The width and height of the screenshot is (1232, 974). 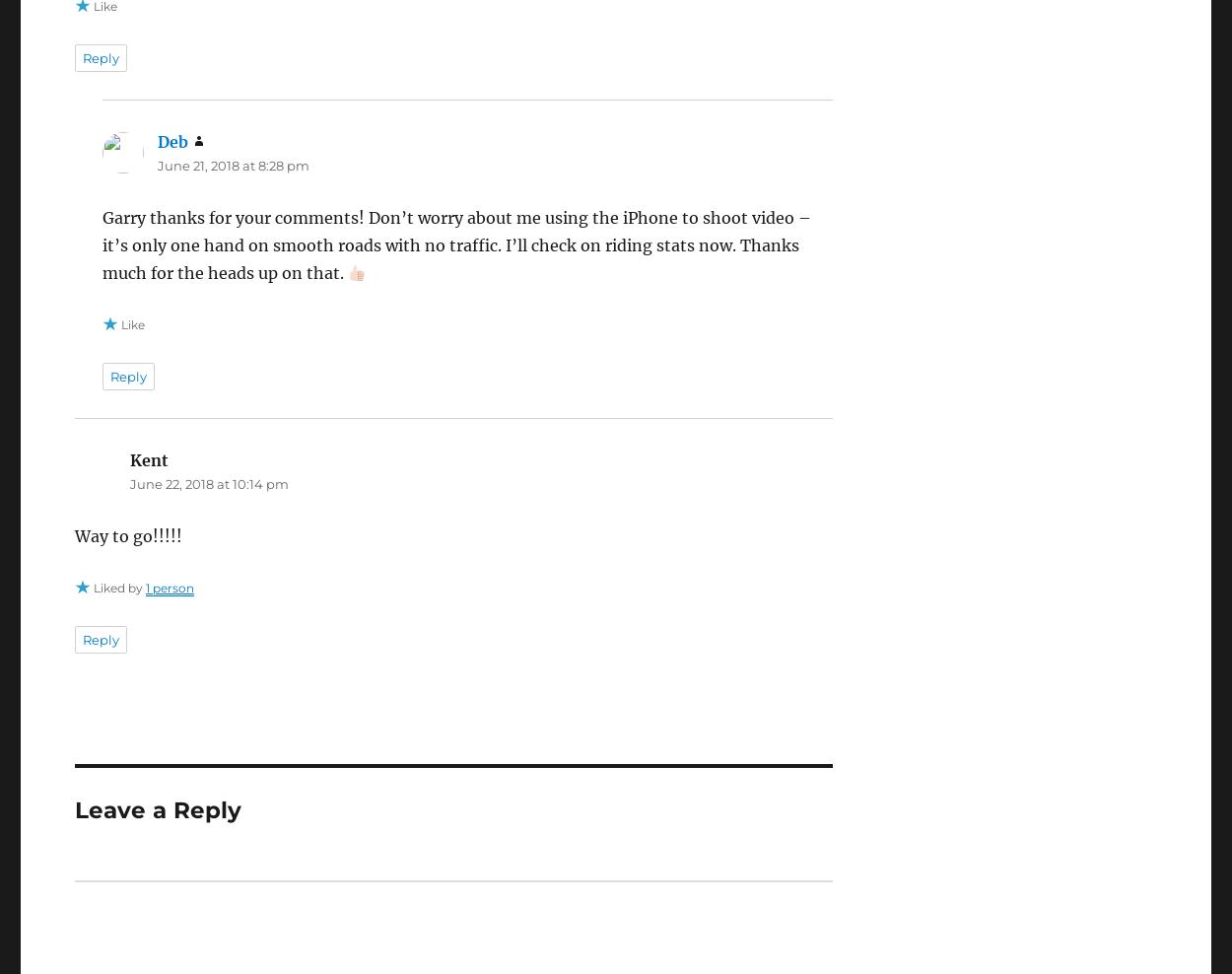 What do you see at coordinates (169, 587) in the screenshot?
I see `'1 person'` at bounding box center [169, 587].